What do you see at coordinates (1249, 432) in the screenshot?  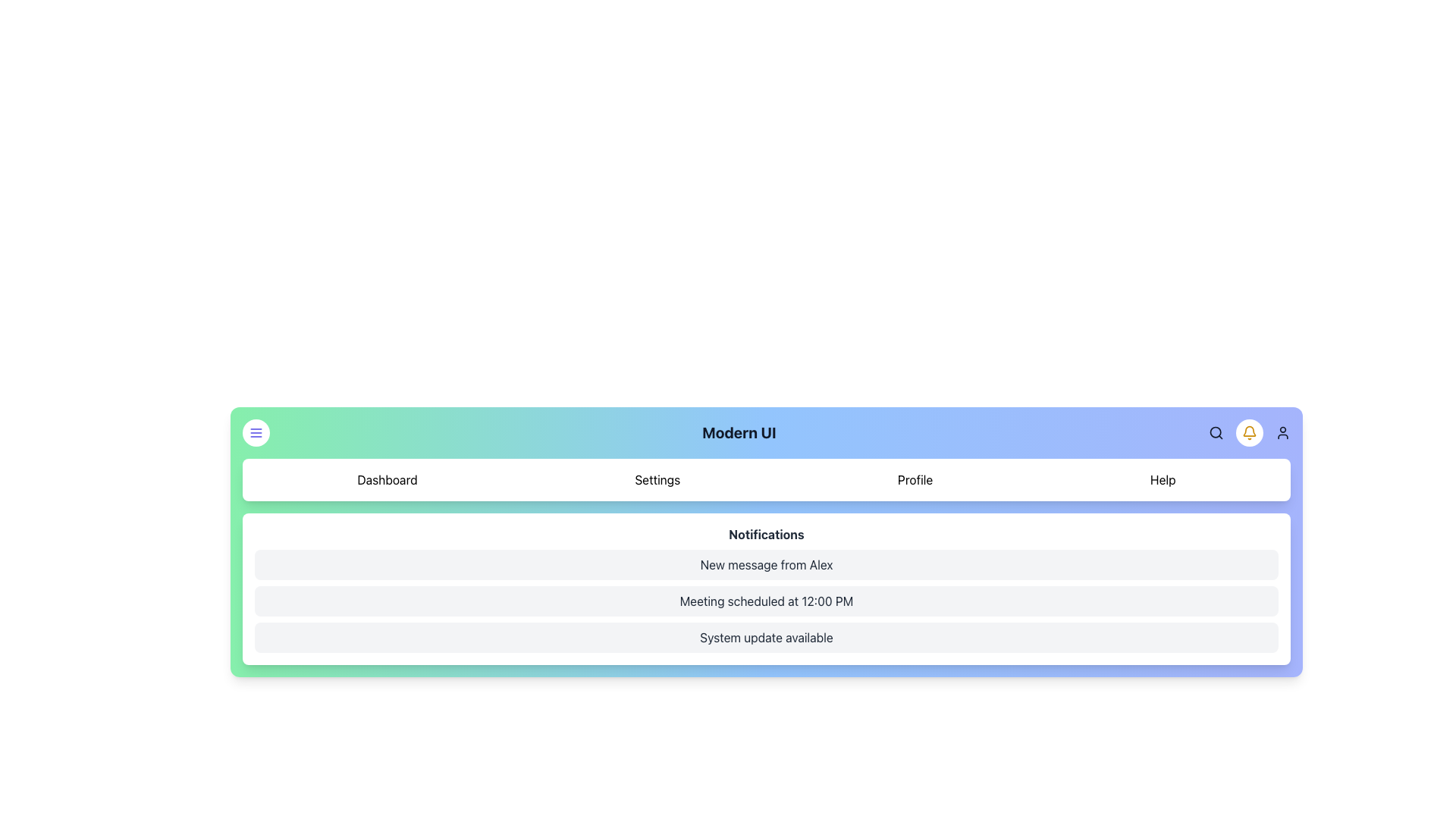 I see `the bell-shaped icon button with a yellow outline located in the application's header` at bounding box center [1249, 432].